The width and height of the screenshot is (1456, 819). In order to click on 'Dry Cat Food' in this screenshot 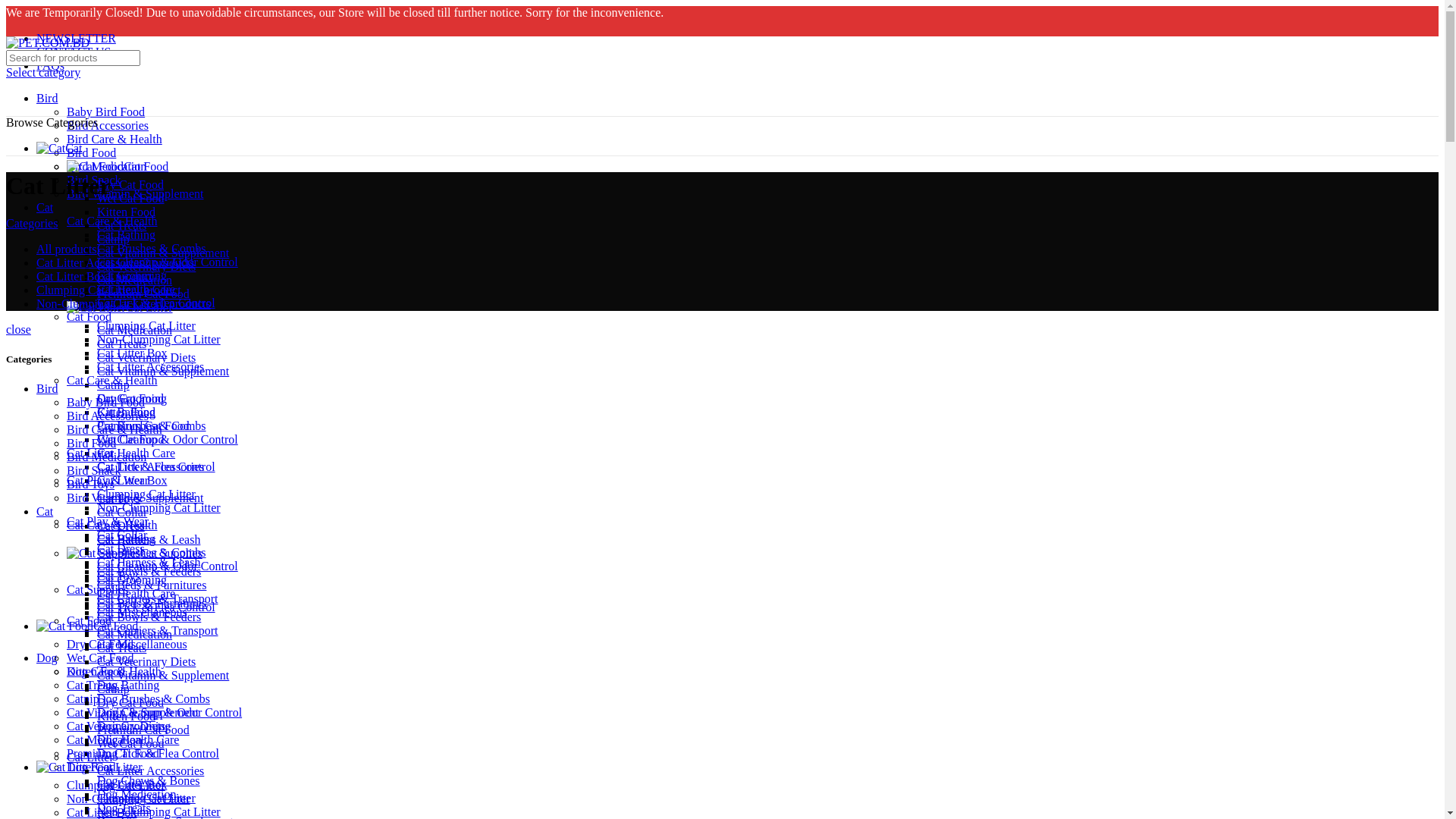, I will do `click(65, 644)`.